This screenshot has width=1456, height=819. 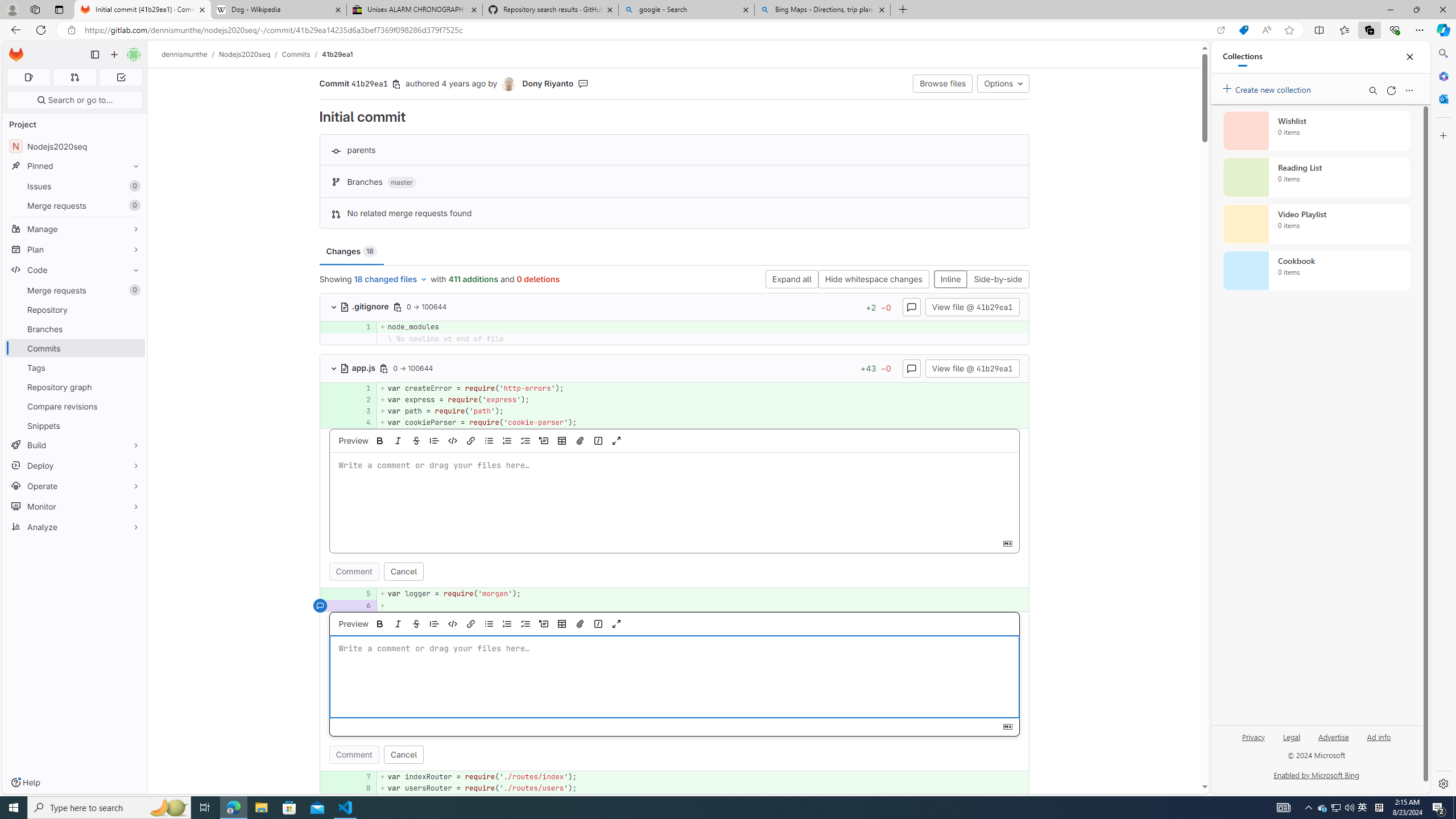 I want to click on '41b29ea1', so click(x=337, y=54).